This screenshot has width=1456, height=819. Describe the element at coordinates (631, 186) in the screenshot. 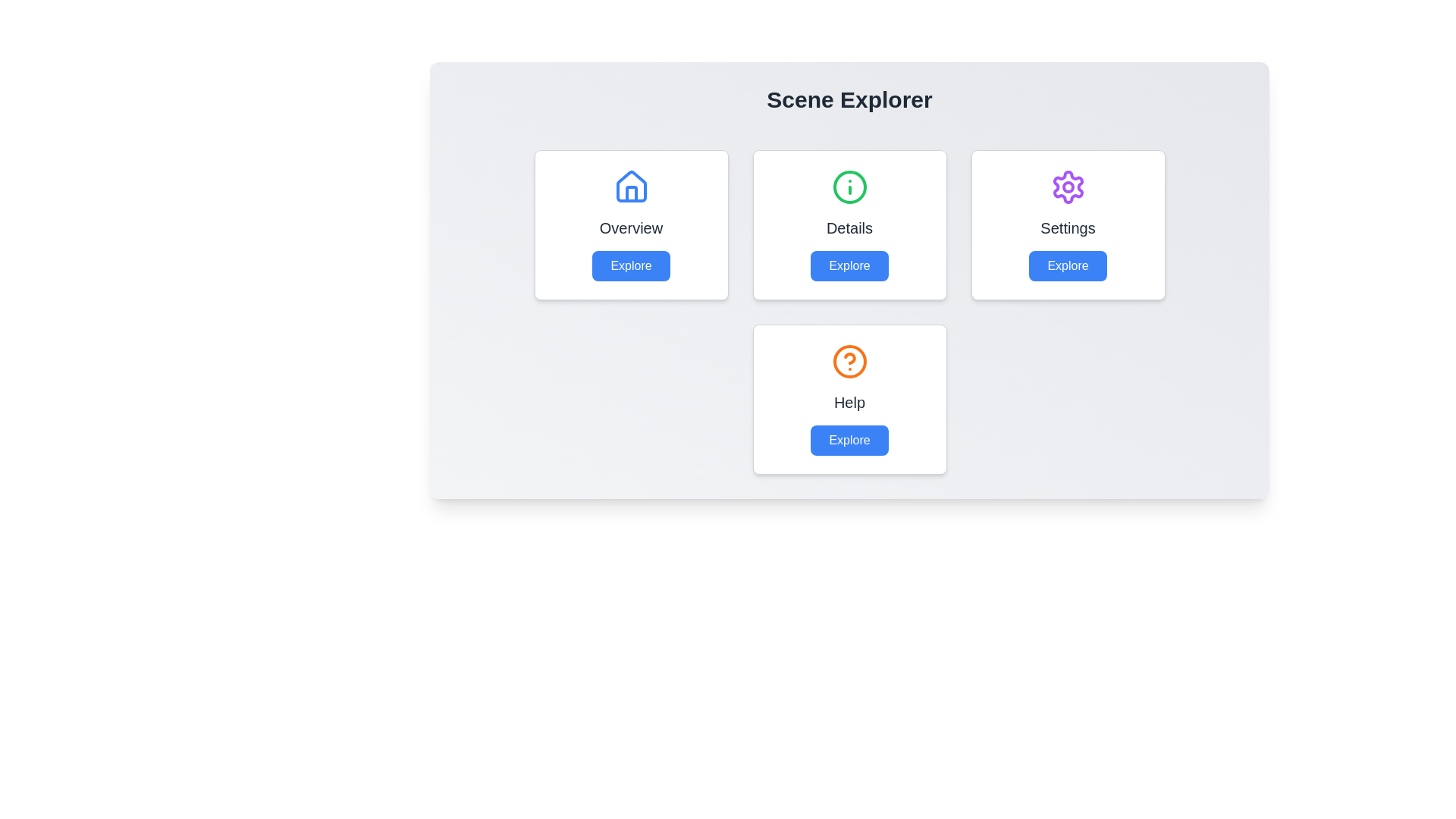

I see `the 'Overview' SVG icon located at the top-left position of the grid layout` at that location.